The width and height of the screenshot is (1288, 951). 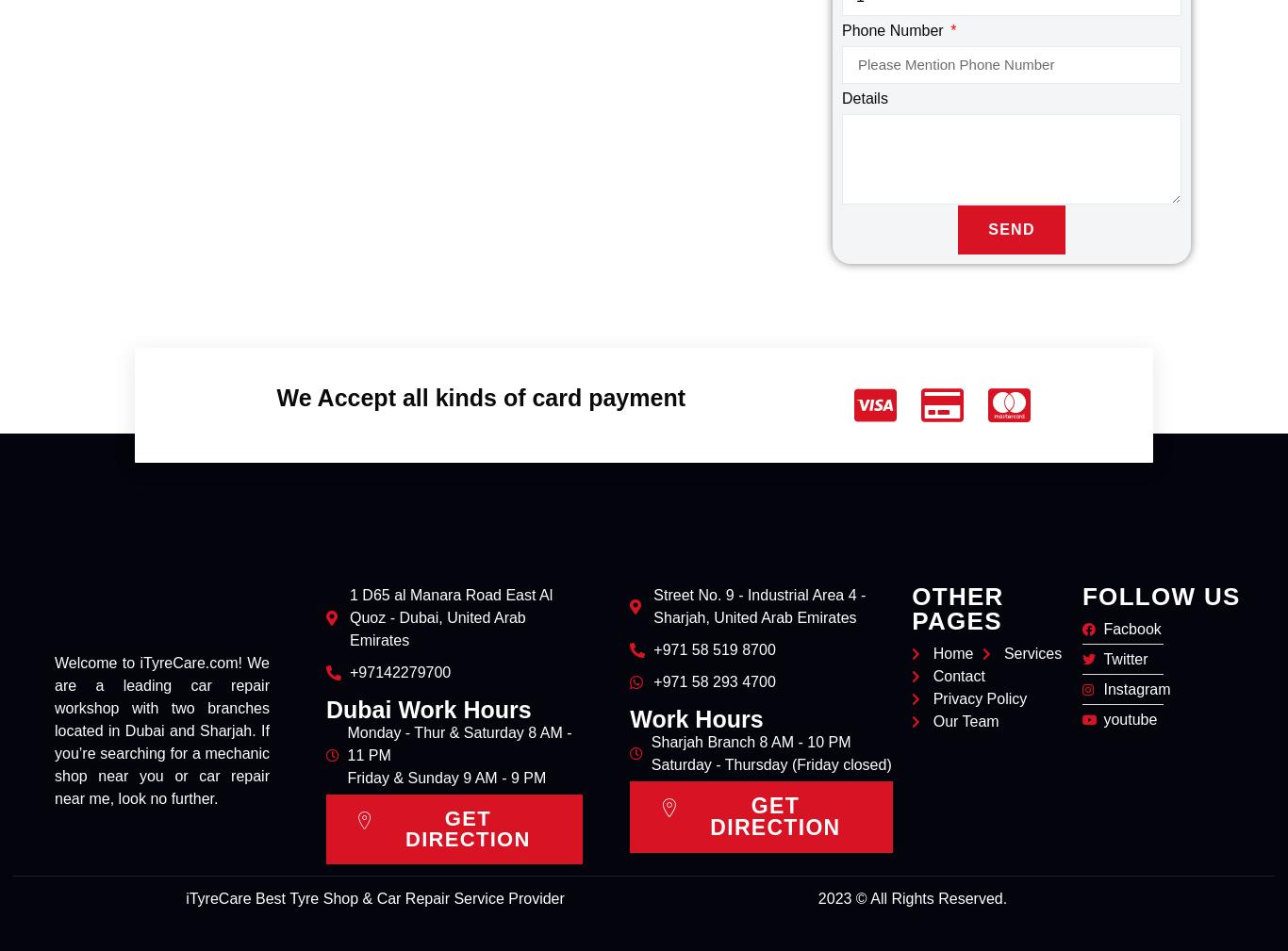 What do you see at coordinates (160, 730) in the screenshot?
I see `'Welcome to iTyreCare.com! We are a leading car repair workshop with two branches located in Dubai and Sharjah. If you’re searching for a mechanic shop near you or car repair near me, look no further.'` at bounding box center [160, 730].